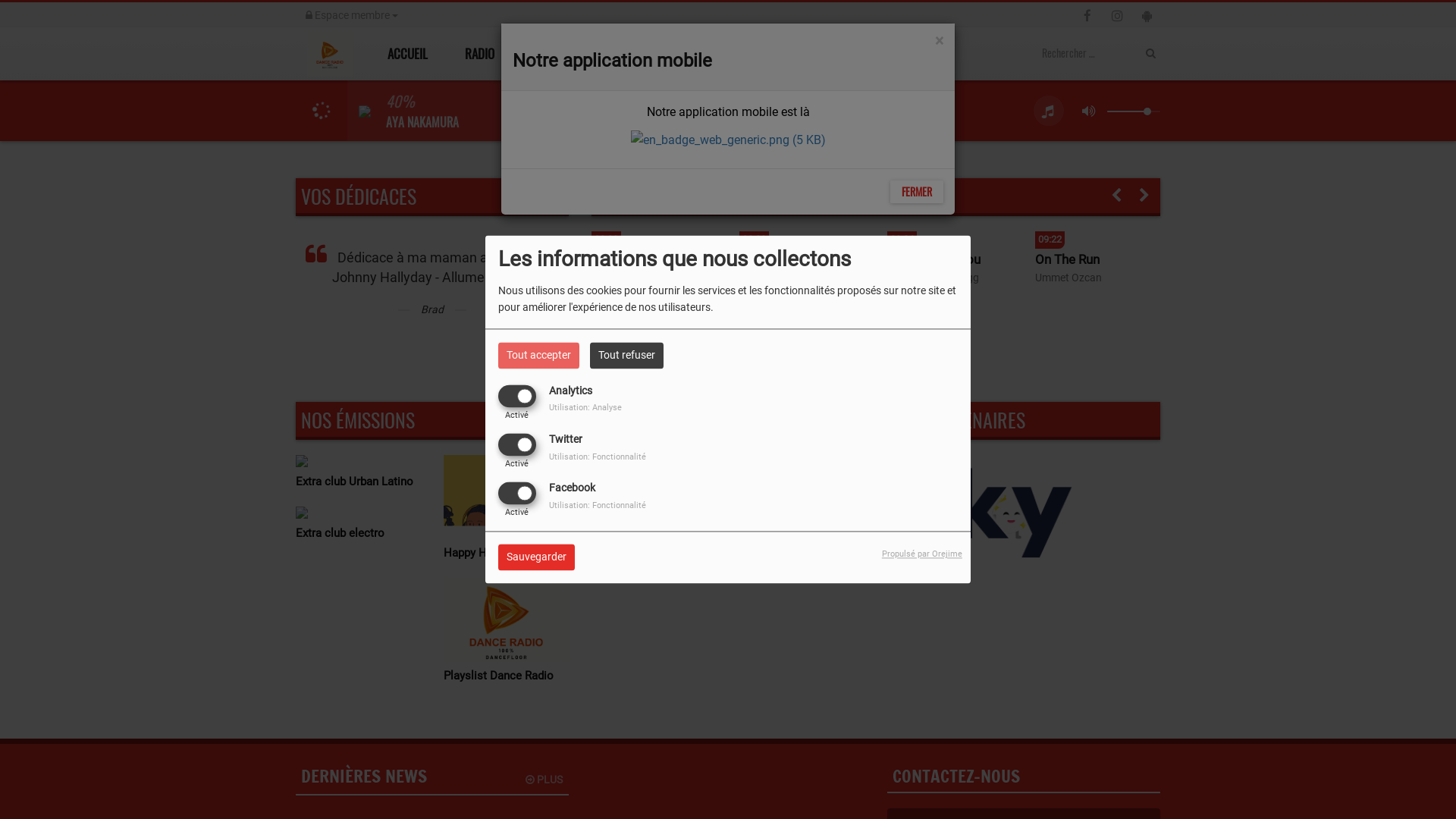  Describe the element at coordinates (506, 553) in the screenshot. I see `'Happy Hours Show'` at that location.